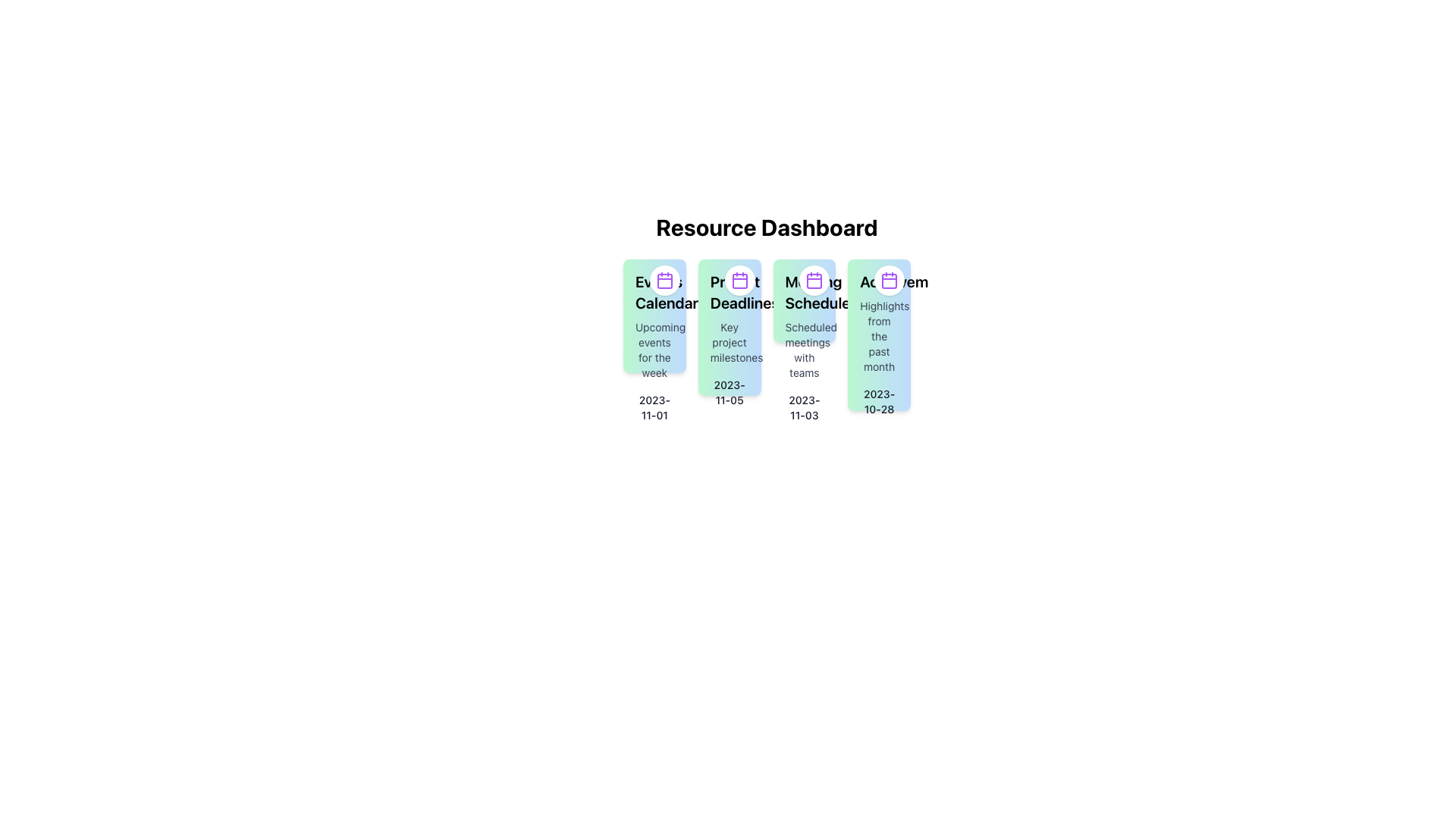  What do you see at coordinates (803, 350) in the screenshot?
I see `the descriptive text element that provides information about scheduled meetings, located below the title 'Meeting Schedules' and above the date '2023-11-03' in the third card of a series of four cards` at bounding box center [803, 350].